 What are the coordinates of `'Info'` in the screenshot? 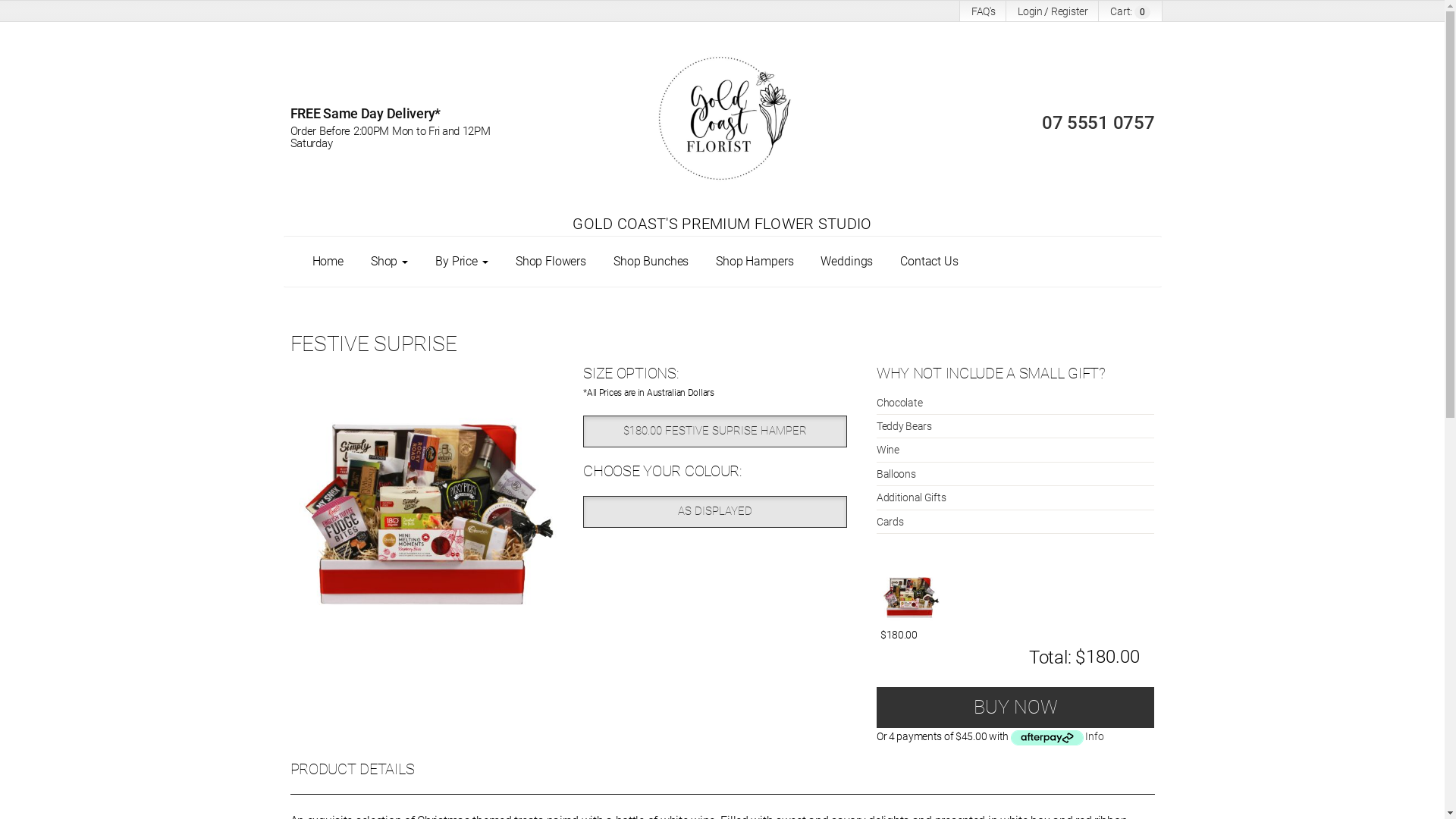 It's located at (1084, 736).